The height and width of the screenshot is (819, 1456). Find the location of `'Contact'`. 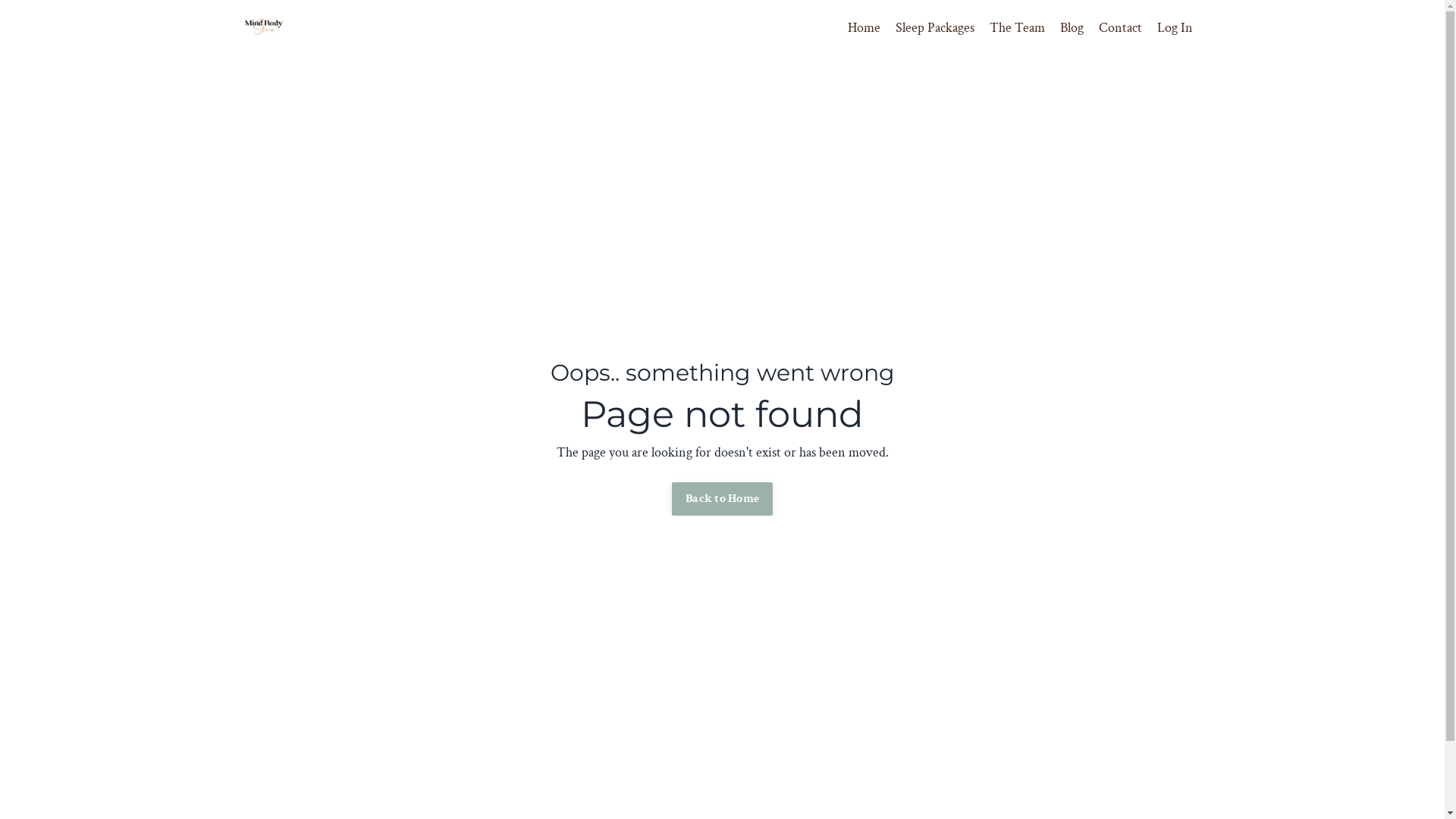

'Contact' is located at coordinates (1098, 28).